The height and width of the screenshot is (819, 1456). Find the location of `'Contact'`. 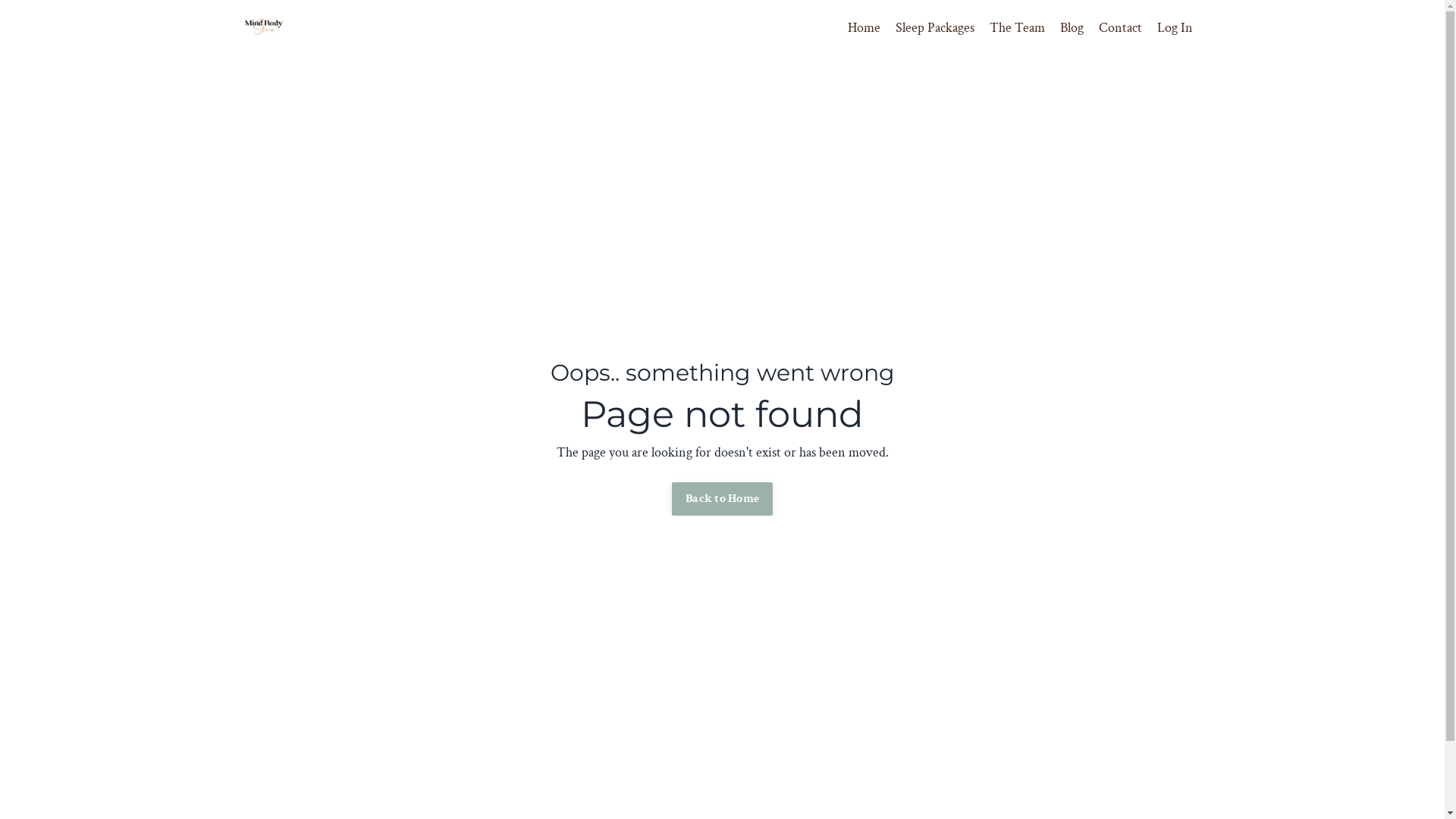

'Contact' is located at coordinates (1098, 28).